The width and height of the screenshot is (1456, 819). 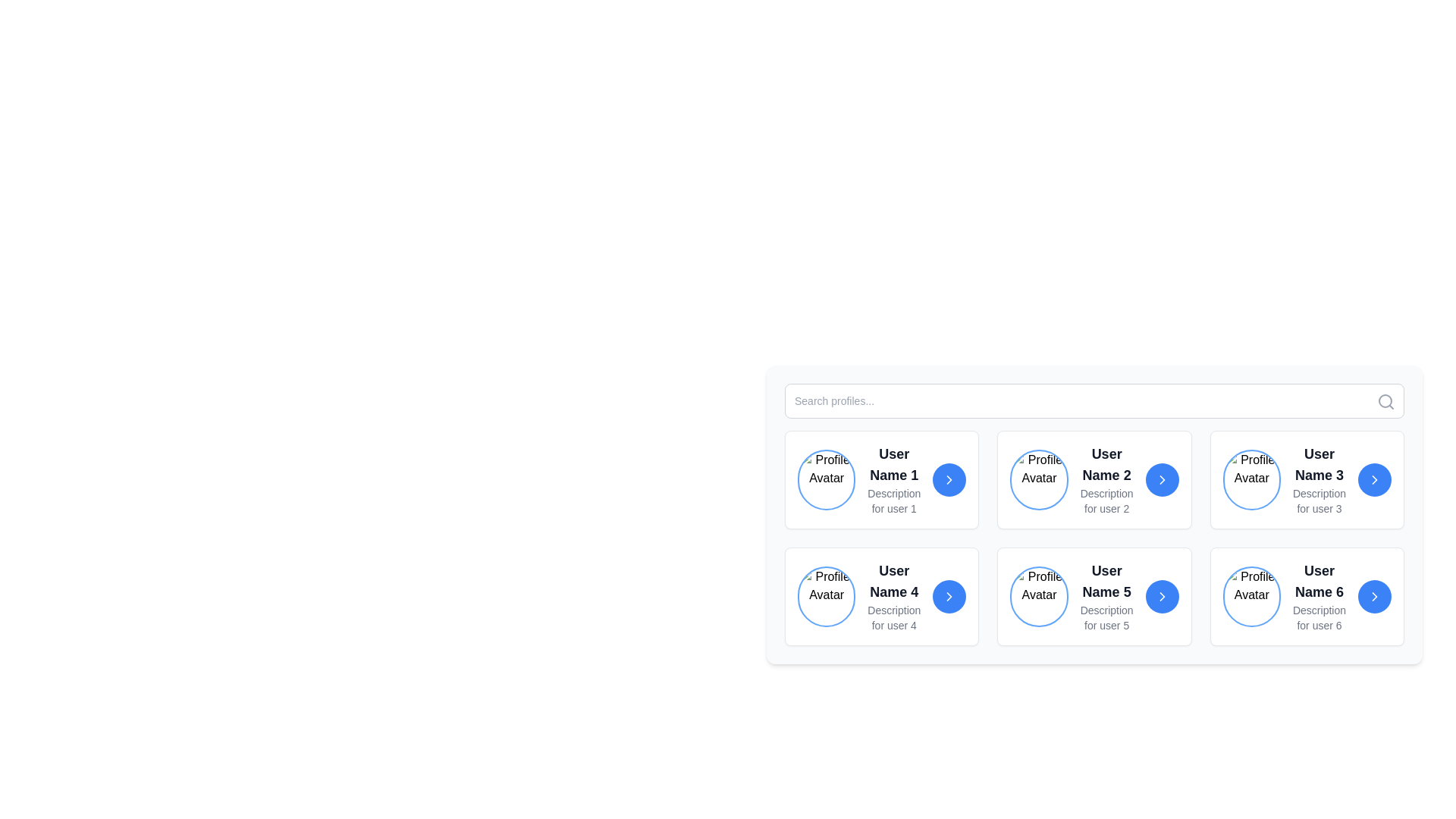 I want to click on the circular image placeholder with the alternative text 'Profile Avatar' located in the sixth card of the grid layout, so click(x=1251, y=595).